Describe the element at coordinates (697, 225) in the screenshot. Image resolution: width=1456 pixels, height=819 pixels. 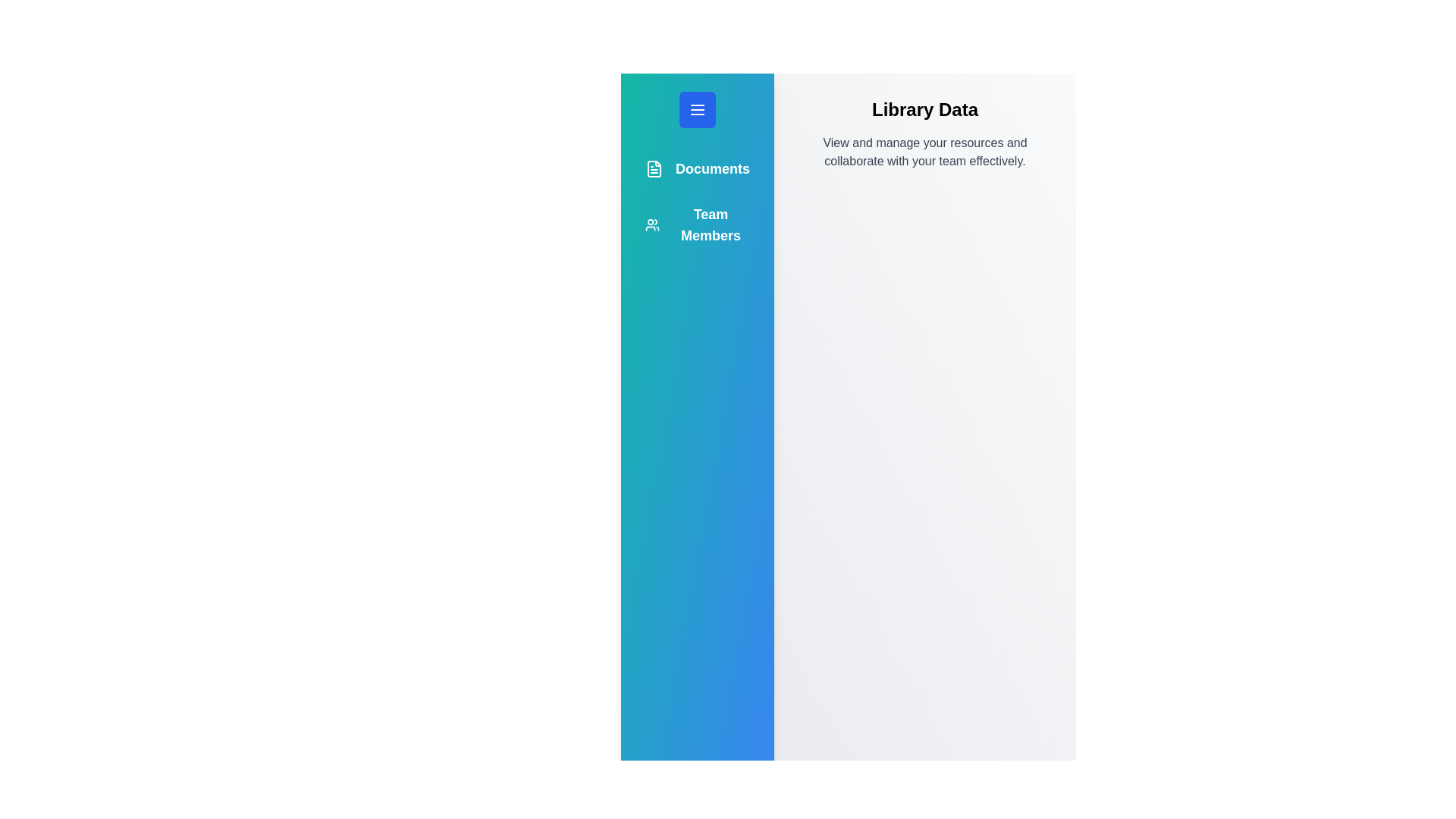
I see `the library section labeled Team Members` at that location.